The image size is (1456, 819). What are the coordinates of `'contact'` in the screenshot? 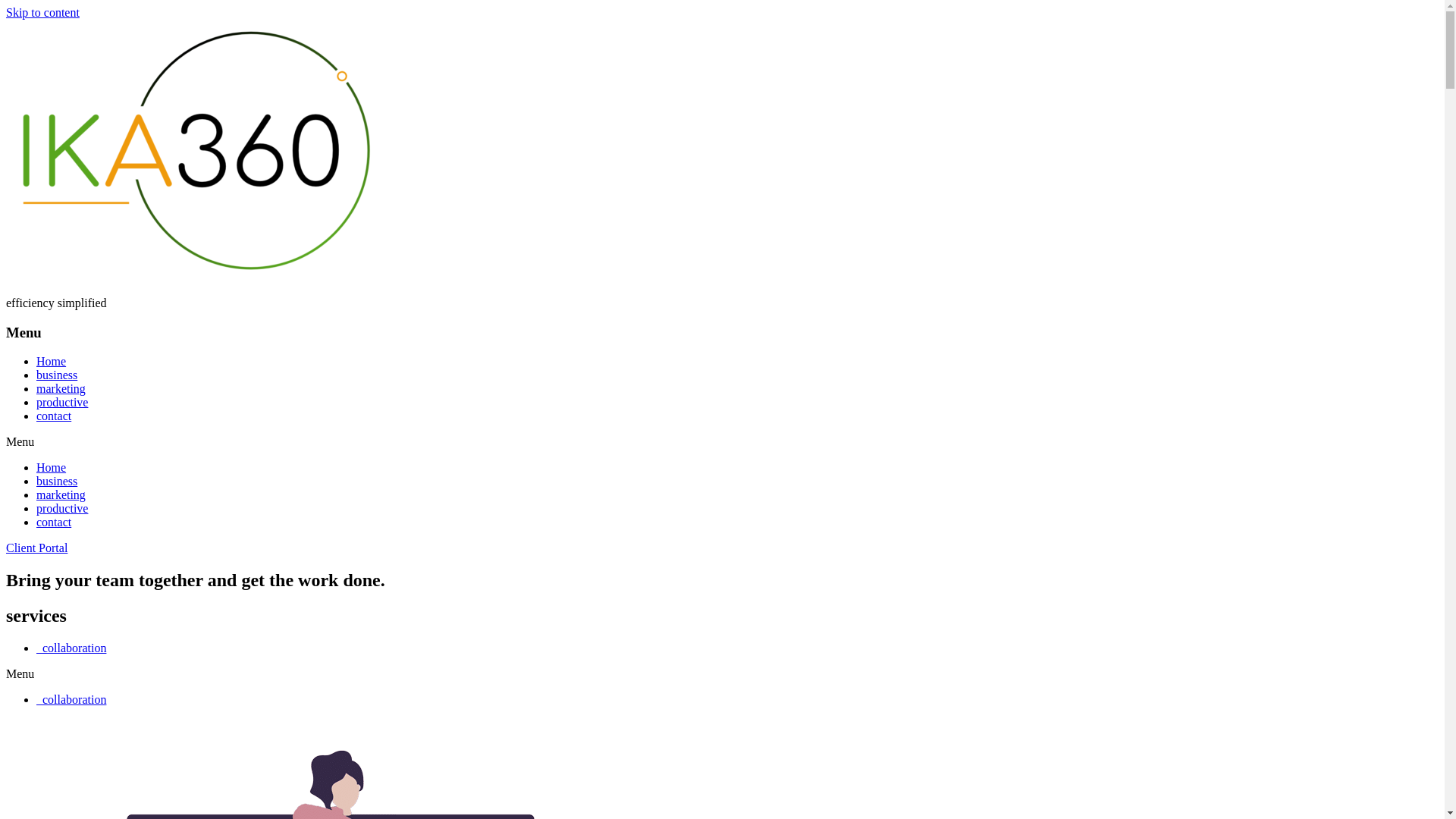 It's located at (54, 521).